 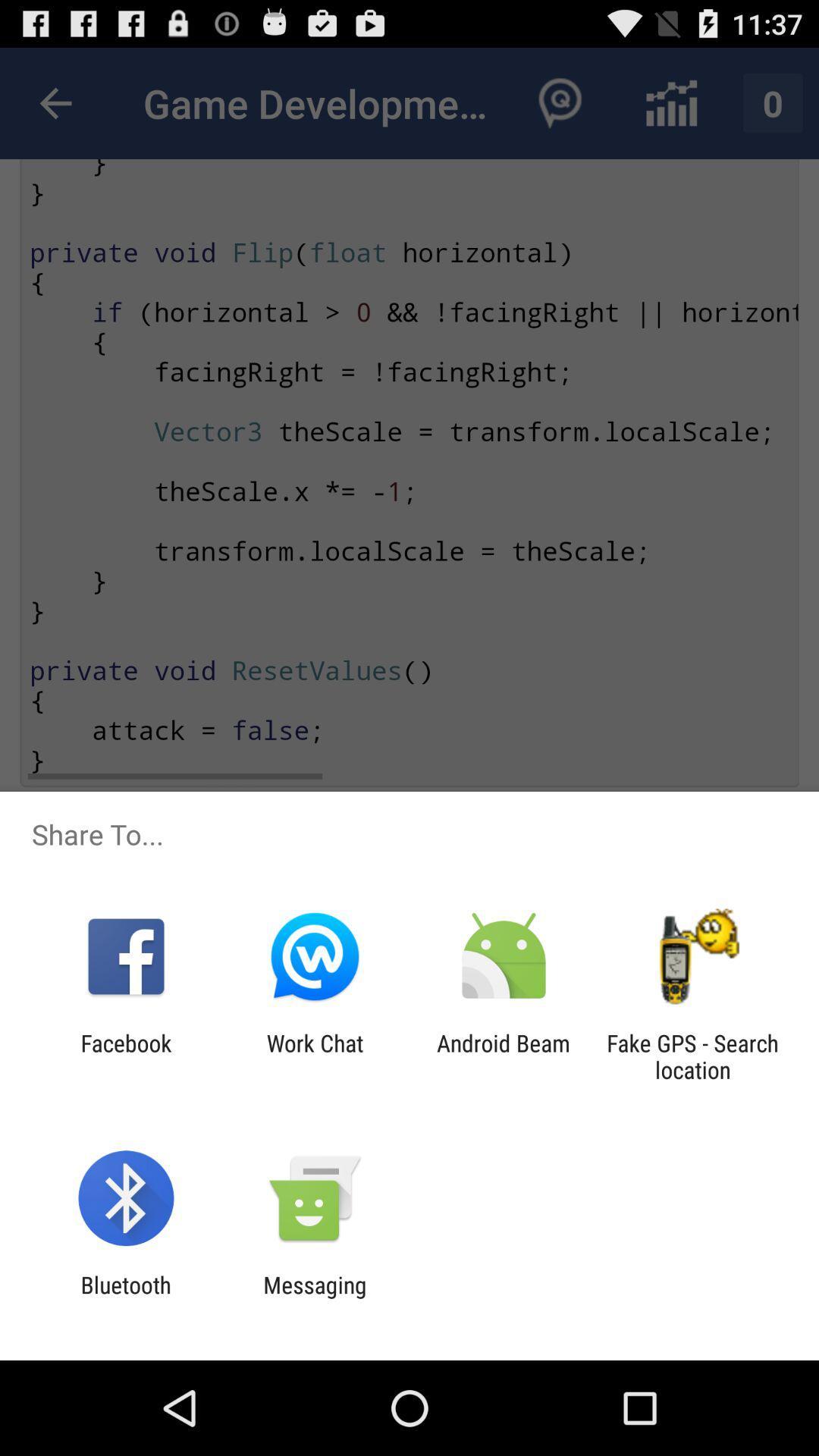 What do you see at coordinates (314, 1056) in the screenshot?
I see `work chat icon` at bounding box center [314, 1056].